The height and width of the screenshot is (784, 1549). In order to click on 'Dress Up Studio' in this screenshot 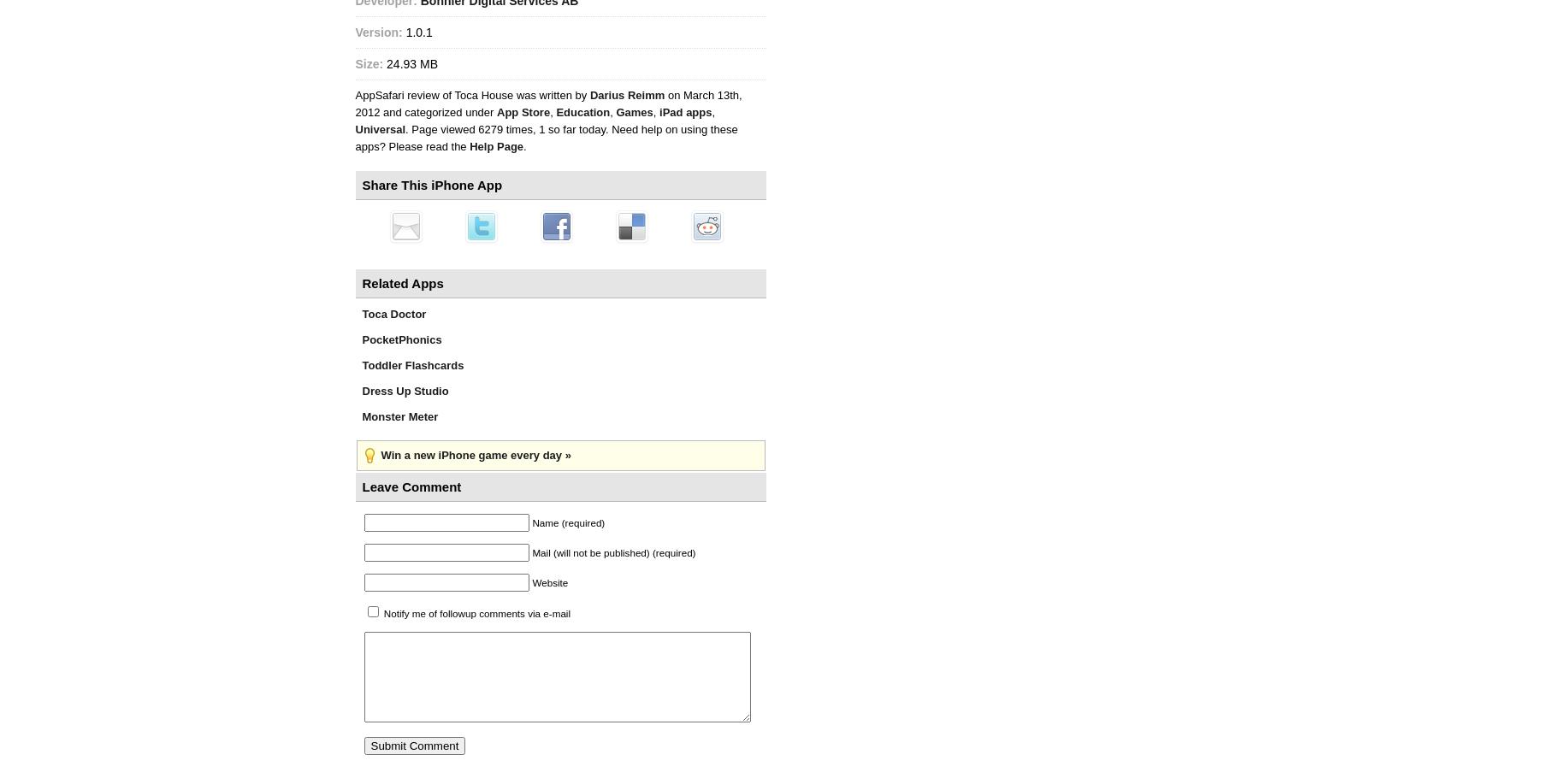, I will do `click(405, 391)`.